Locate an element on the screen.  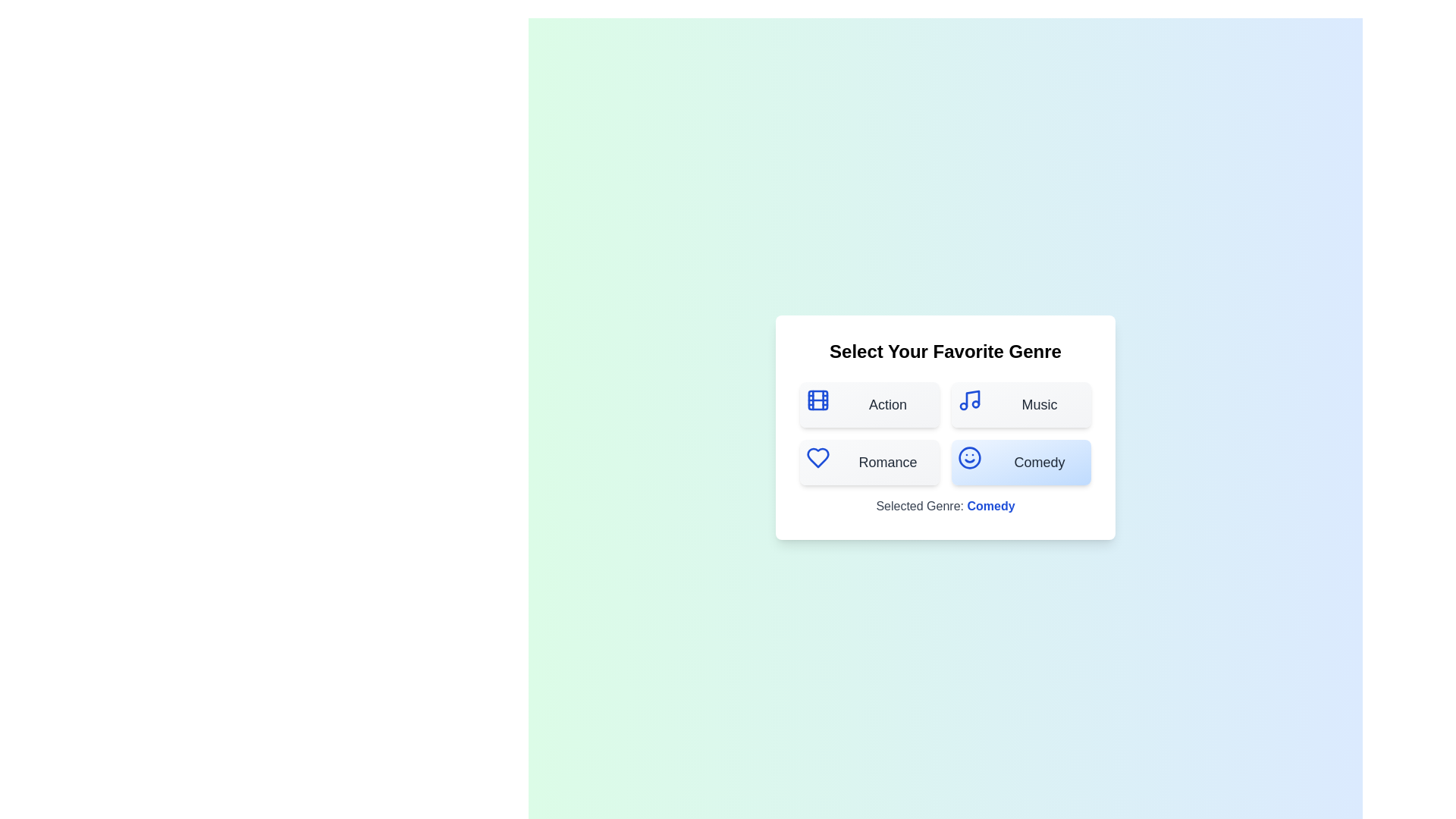
the 'Romance' button is located at coordinates (870, 461).